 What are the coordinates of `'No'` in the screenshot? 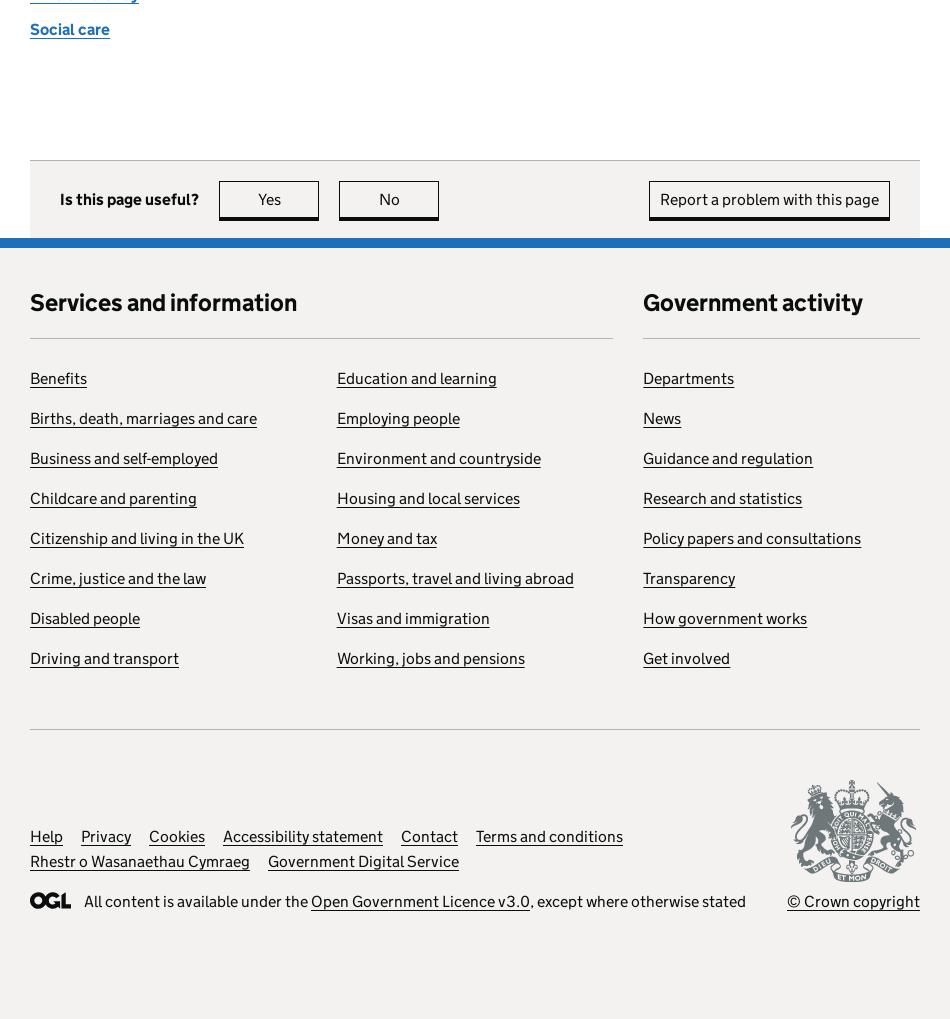 It's located at (387, 198).